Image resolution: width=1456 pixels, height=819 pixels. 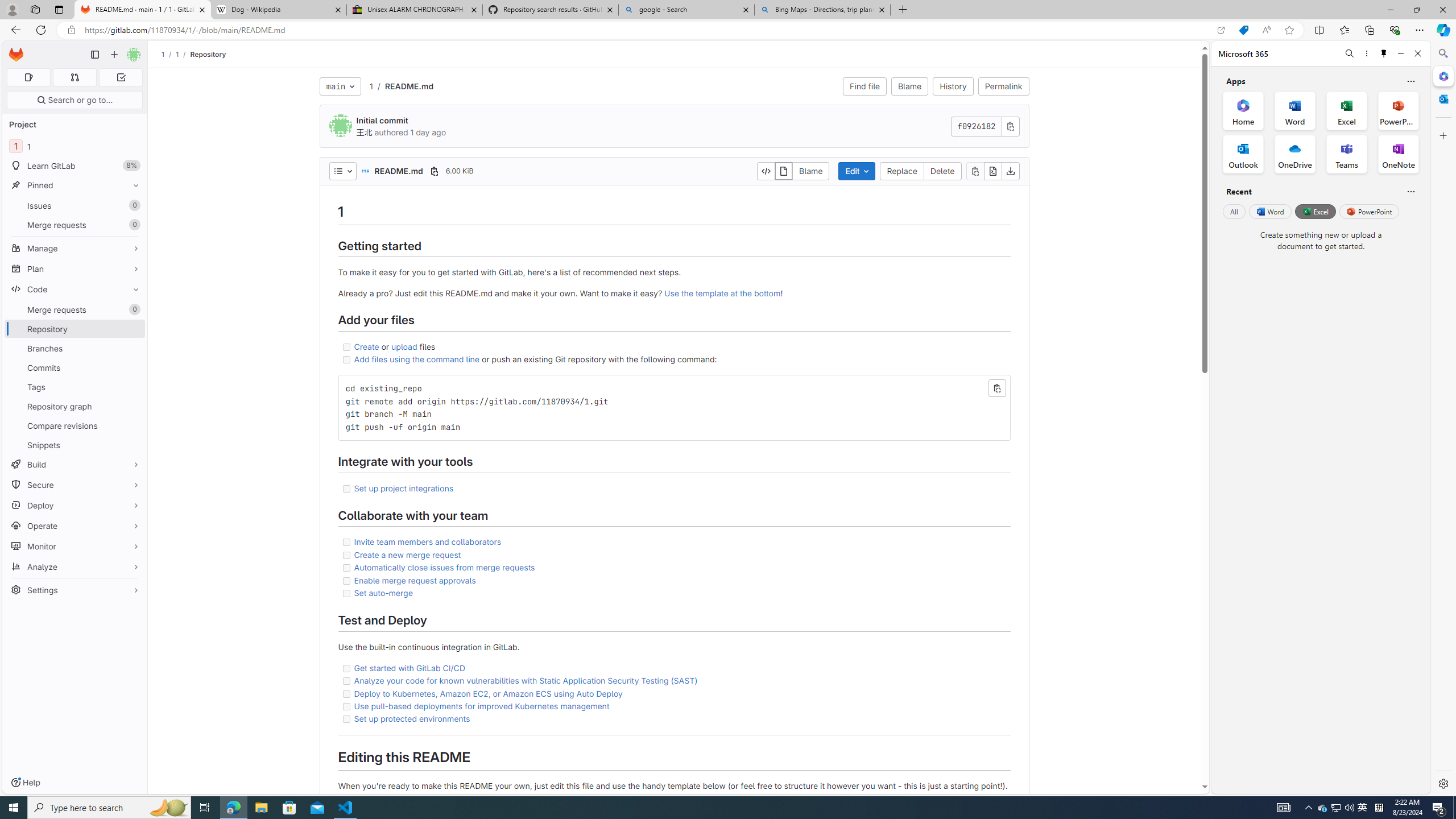 I want to click on 'Create a new merge request', so click(x=407, y=553).